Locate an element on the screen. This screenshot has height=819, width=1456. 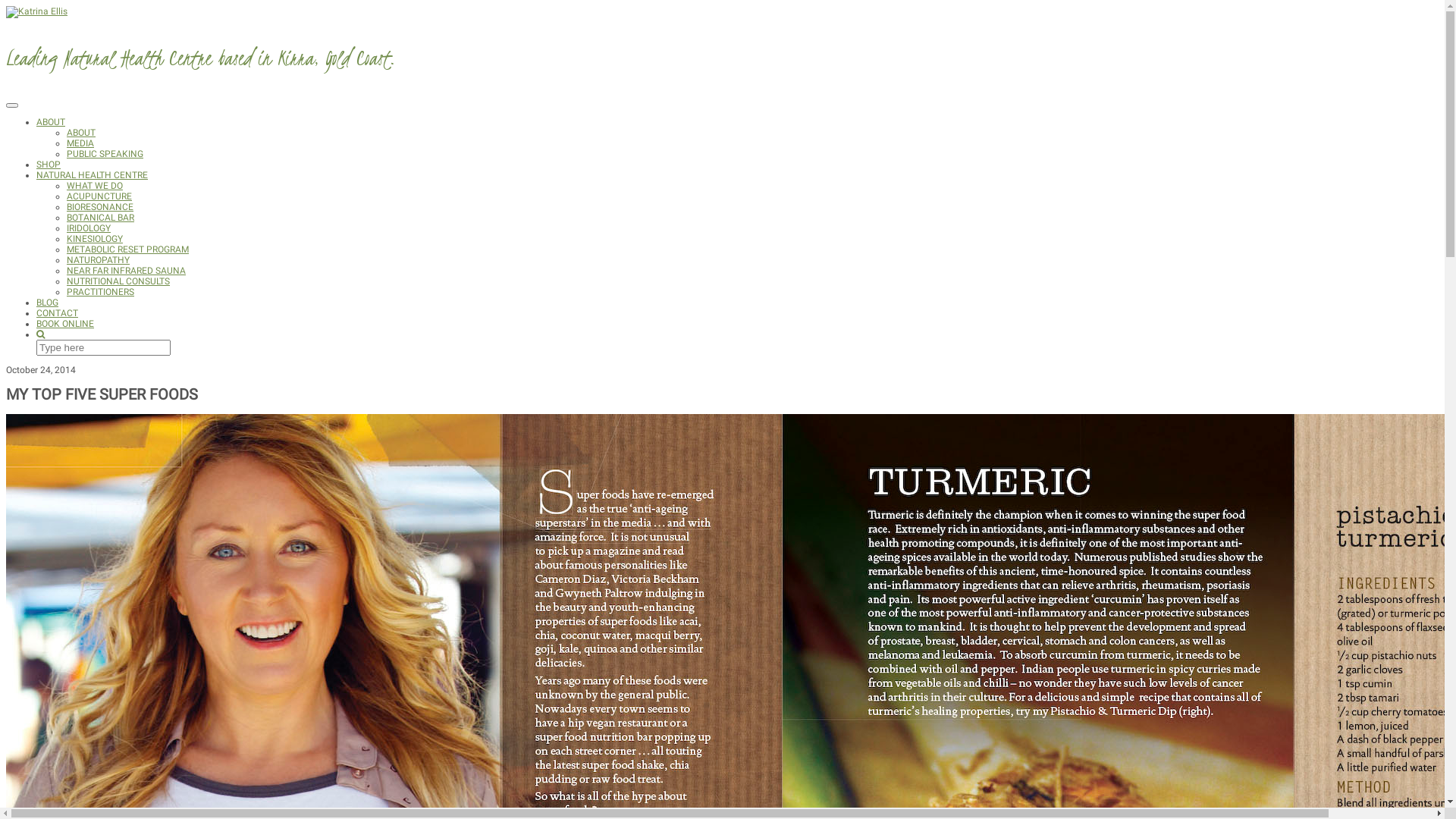
'CONTACT' is located at coordinates (57, 312).